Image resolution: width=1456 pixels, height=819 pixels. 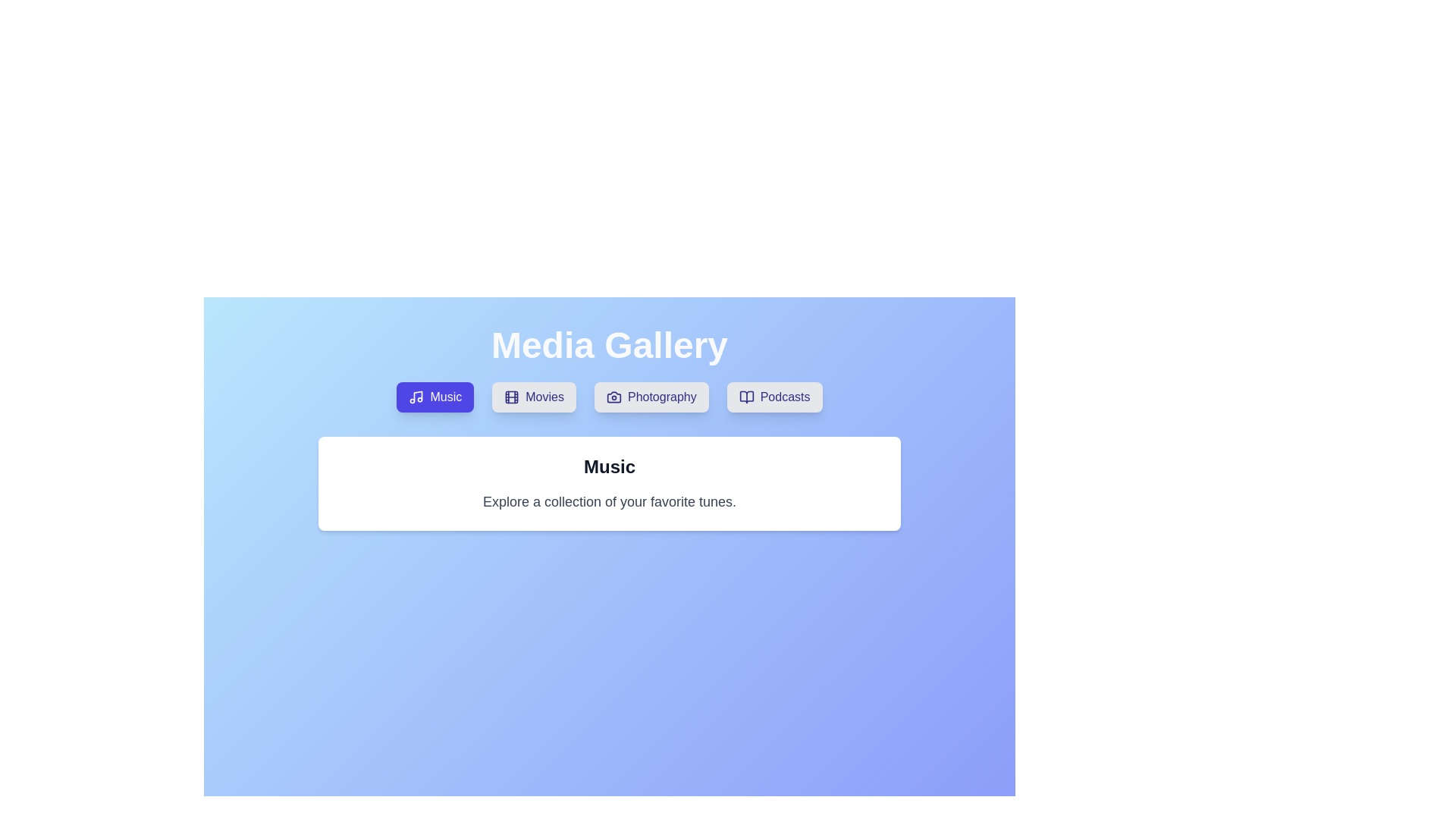 I want to click on the Music tab to observe its hover effect, so click(x=435, y=397).